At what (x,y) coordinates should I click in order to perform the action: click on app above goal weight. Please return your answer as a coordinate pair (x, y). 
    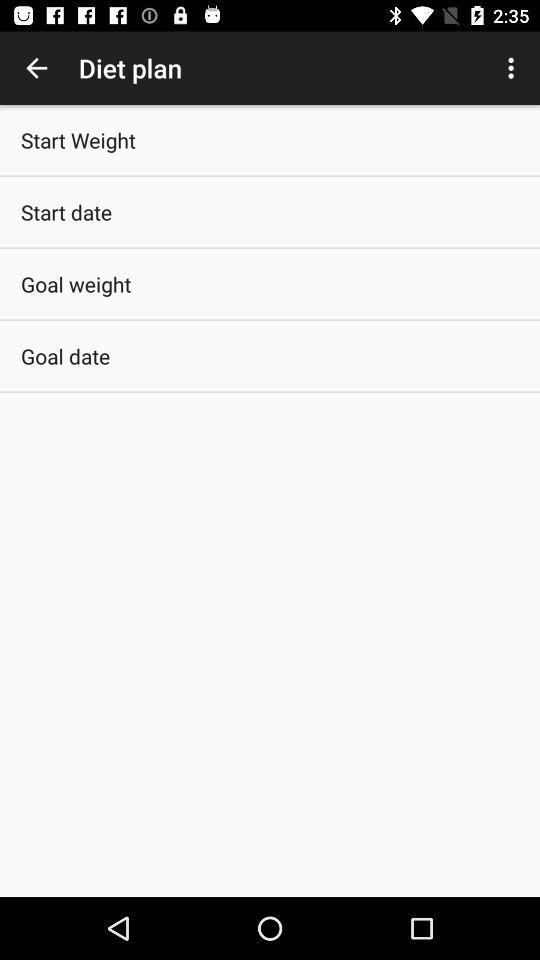
    Looking at the image, I should click on (66, 212).